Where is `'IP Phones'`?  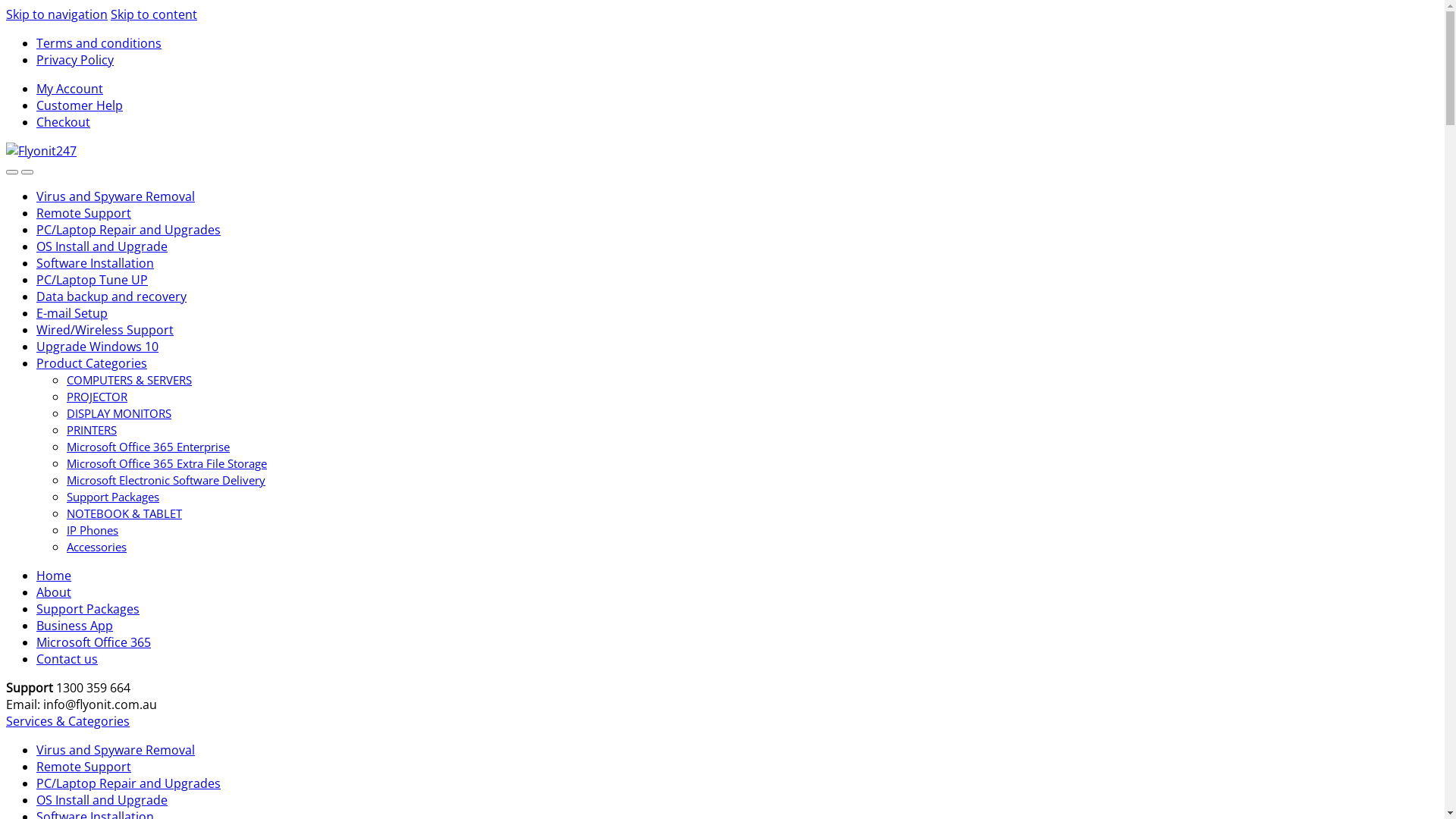 'IP Phones' is located at coordinates (91, 529).